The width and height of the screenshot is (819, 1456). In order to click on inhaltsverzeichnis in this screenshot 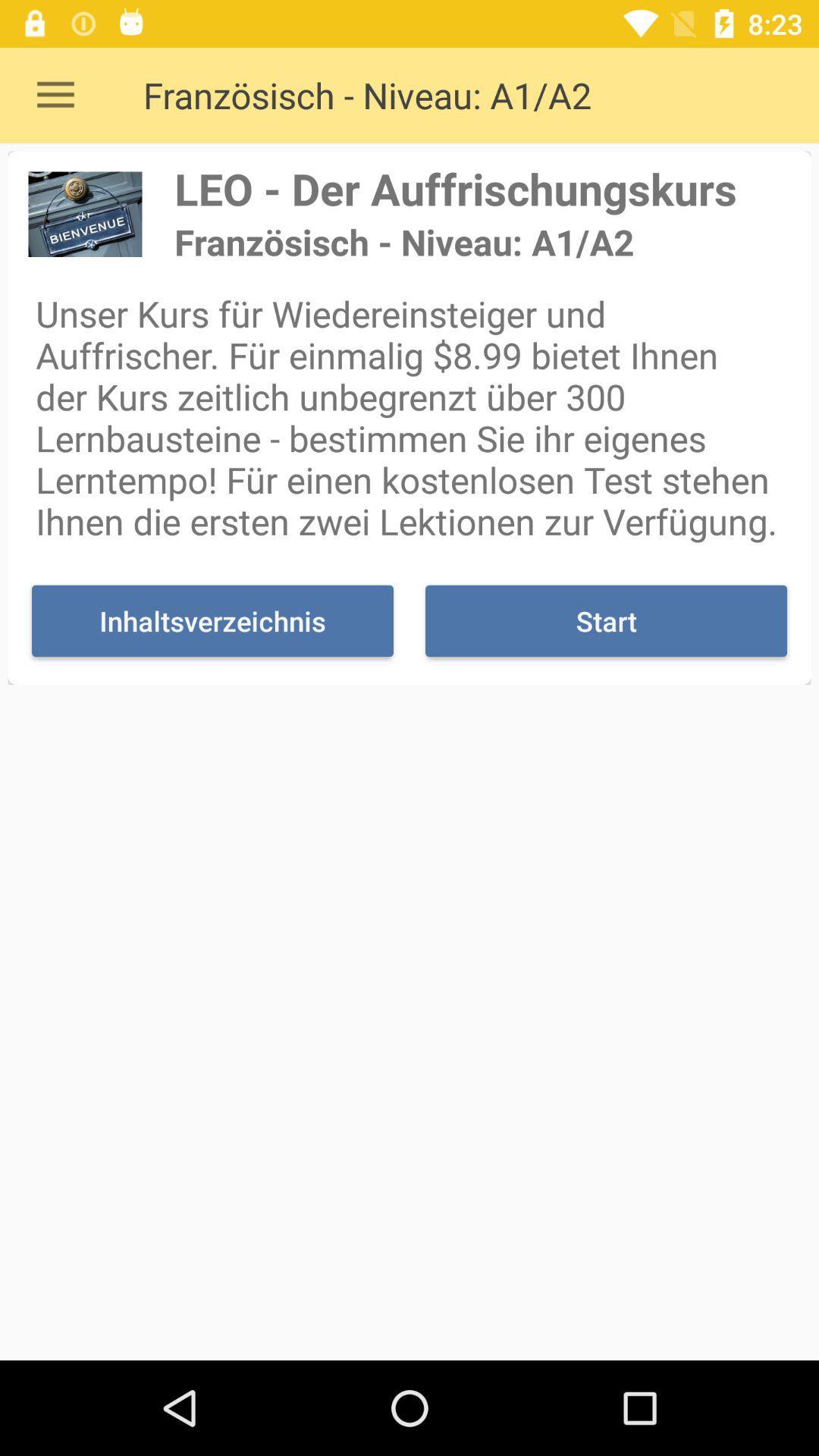, I will do `click(212, 621)`.